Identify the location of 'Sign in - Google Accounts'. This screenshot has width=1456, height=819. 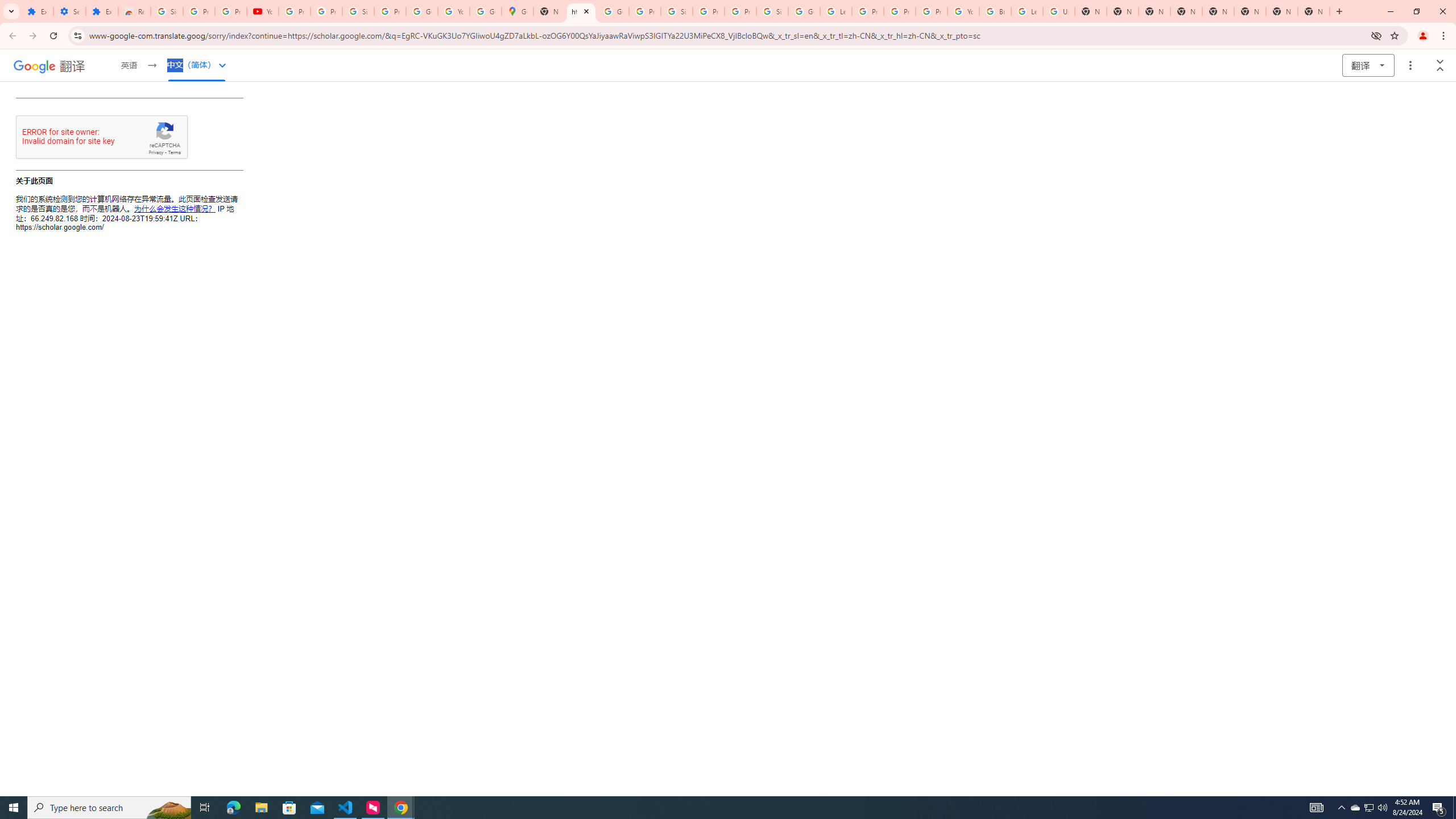
(676, 11).